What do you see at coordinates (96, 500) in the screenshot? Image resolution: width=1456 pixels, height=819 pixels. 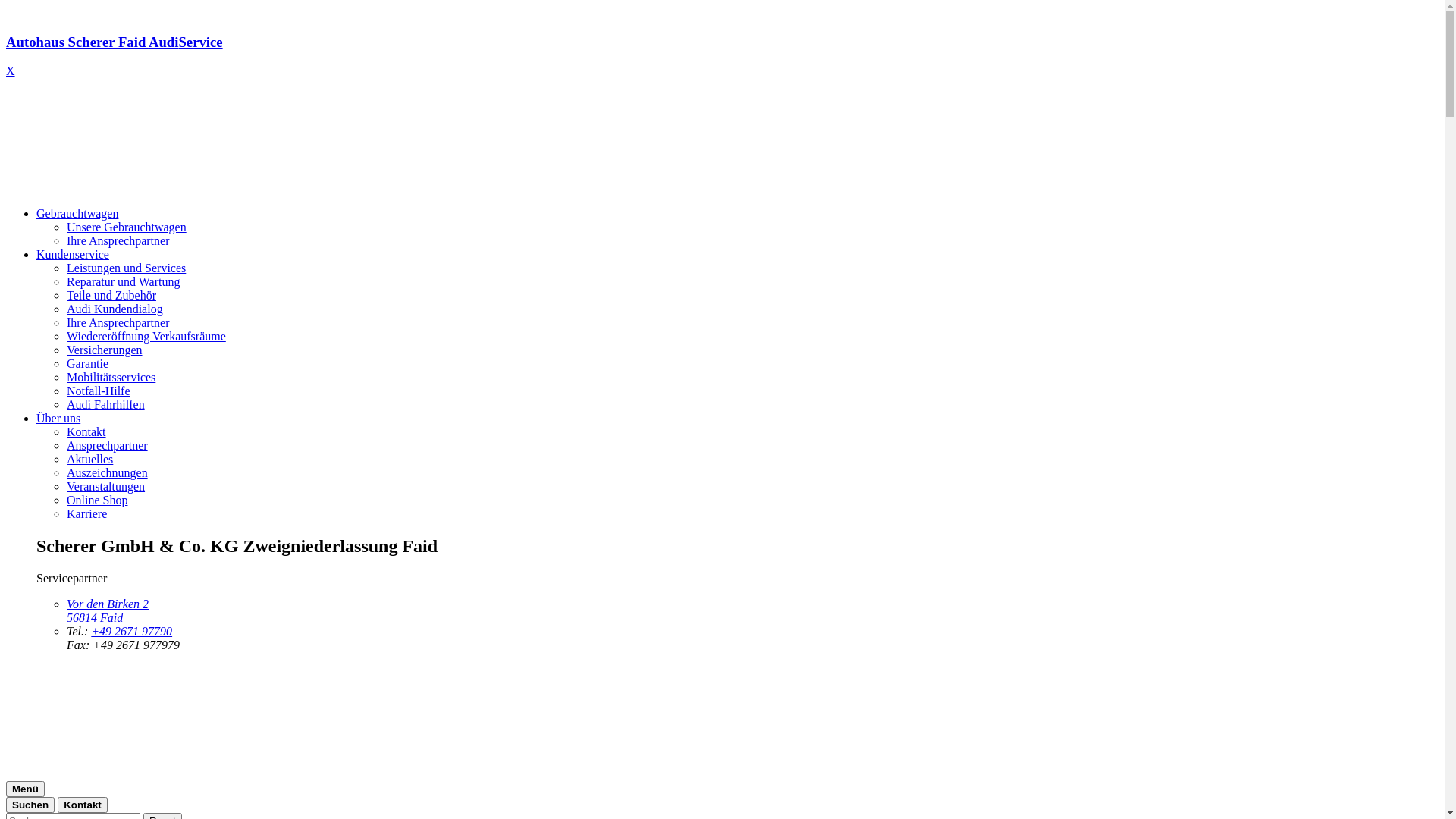 I see `'Online Shop'` at bounding box center [96, 500].